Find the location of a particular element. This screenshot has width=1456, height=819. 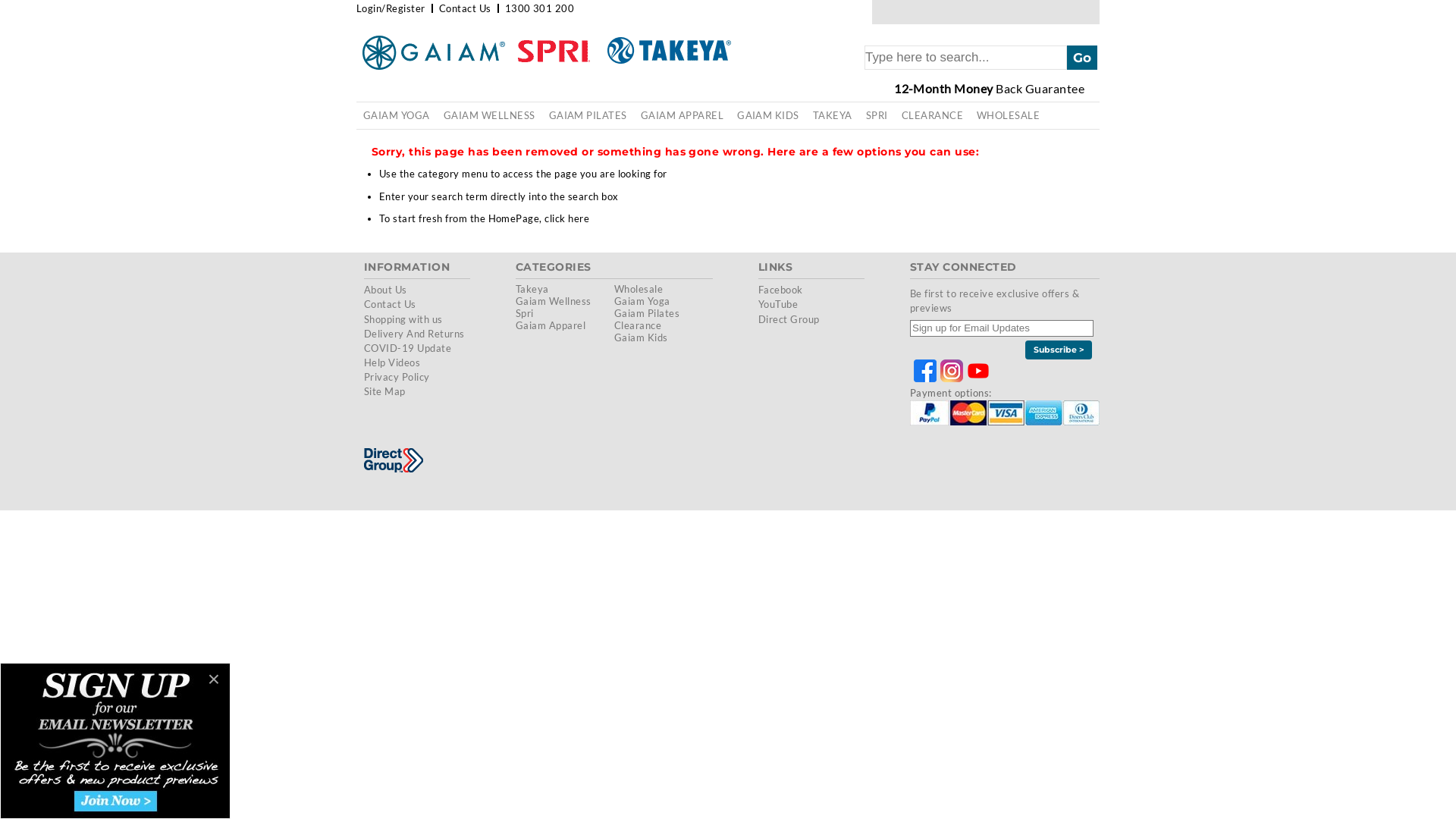

'GAIAM KIDS' is located at coordinates (767, 115).